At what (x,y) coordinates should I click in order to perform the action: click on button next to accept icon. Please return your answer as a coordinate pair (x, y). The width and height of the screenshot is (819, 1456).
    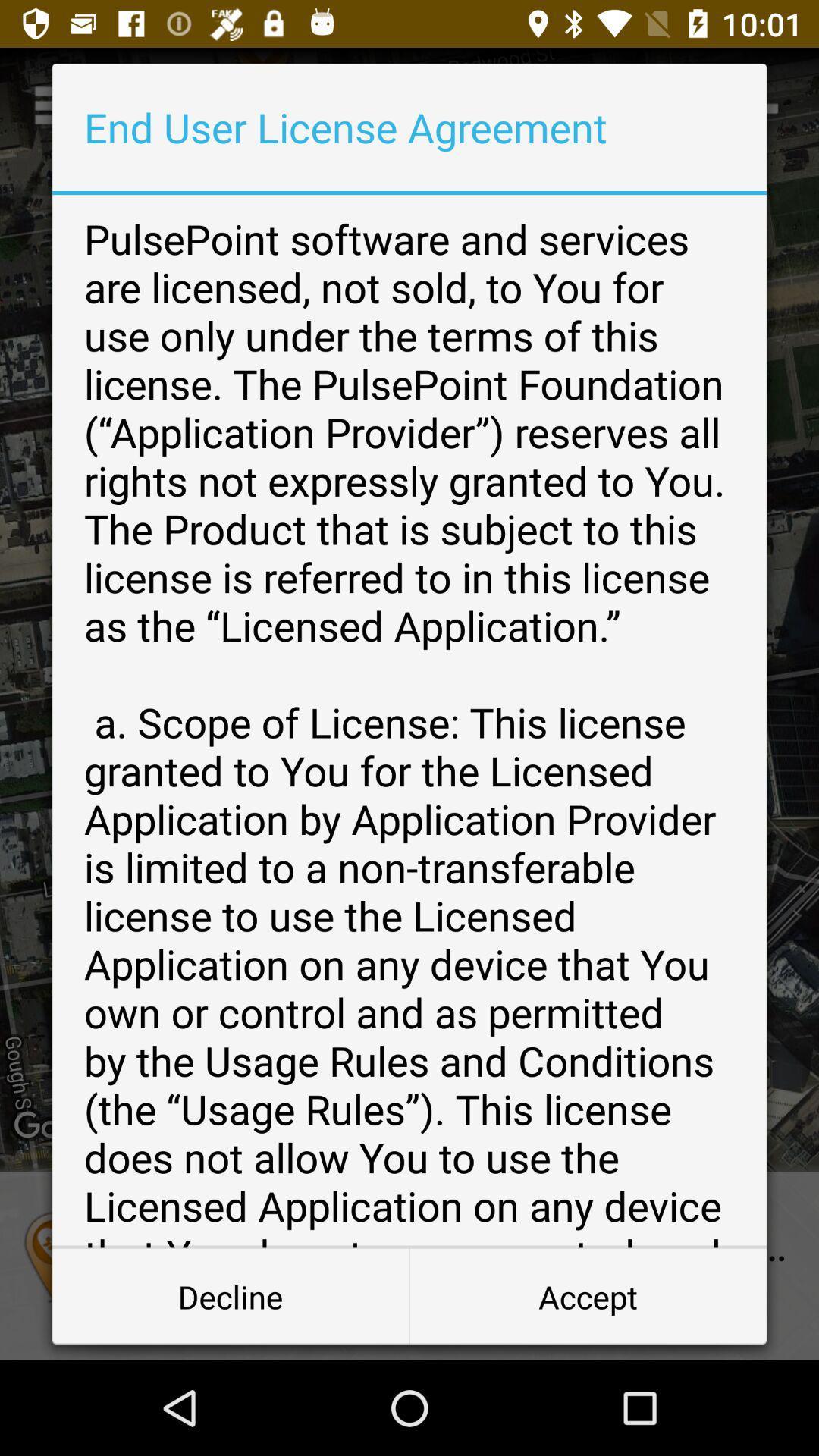
    Looking at the image, I should click on (231, 1295).